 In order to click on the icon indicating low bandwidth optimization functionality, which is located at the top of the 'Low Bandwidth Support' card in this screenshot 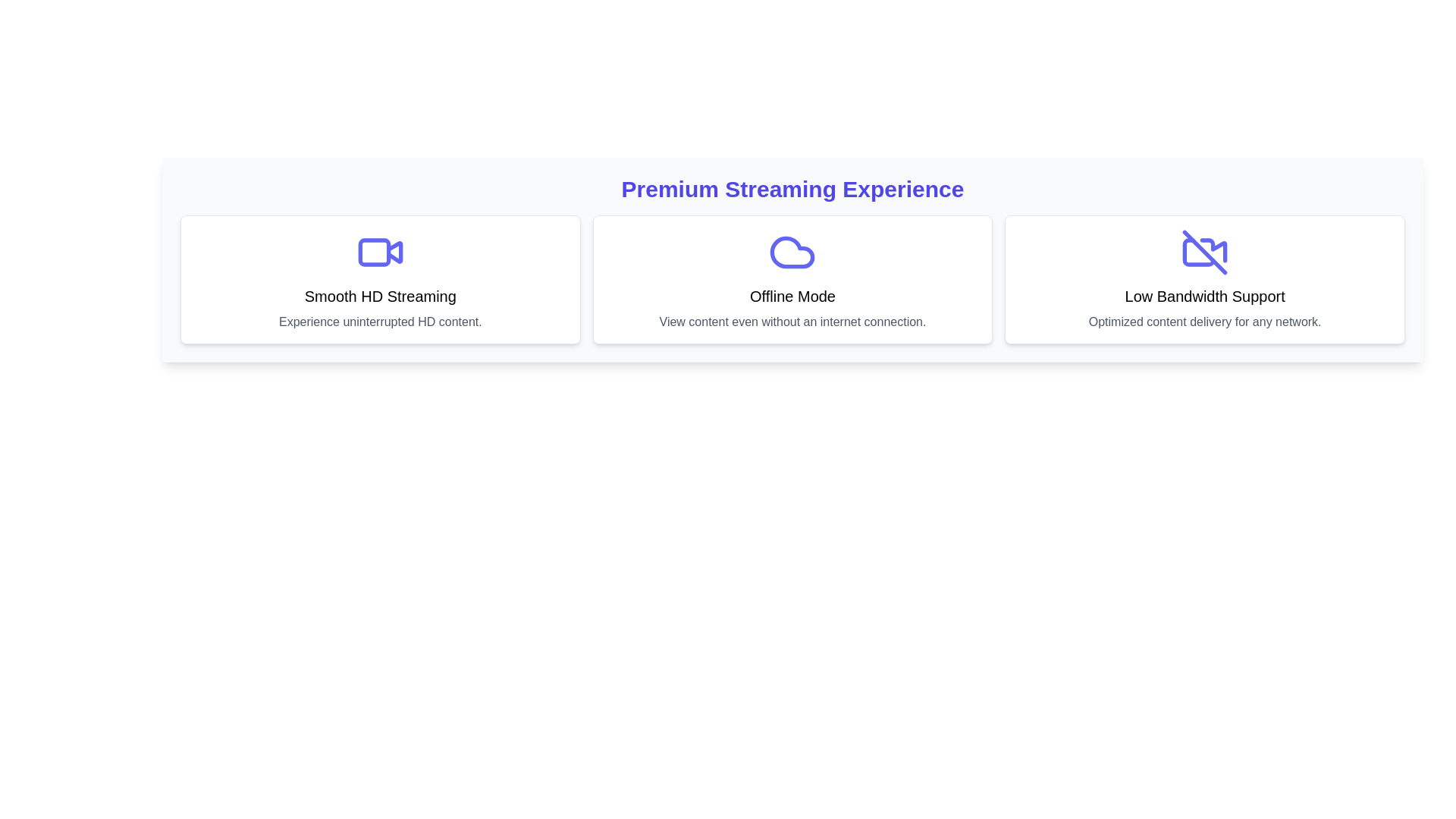, I will do `click(1204, 251)`.